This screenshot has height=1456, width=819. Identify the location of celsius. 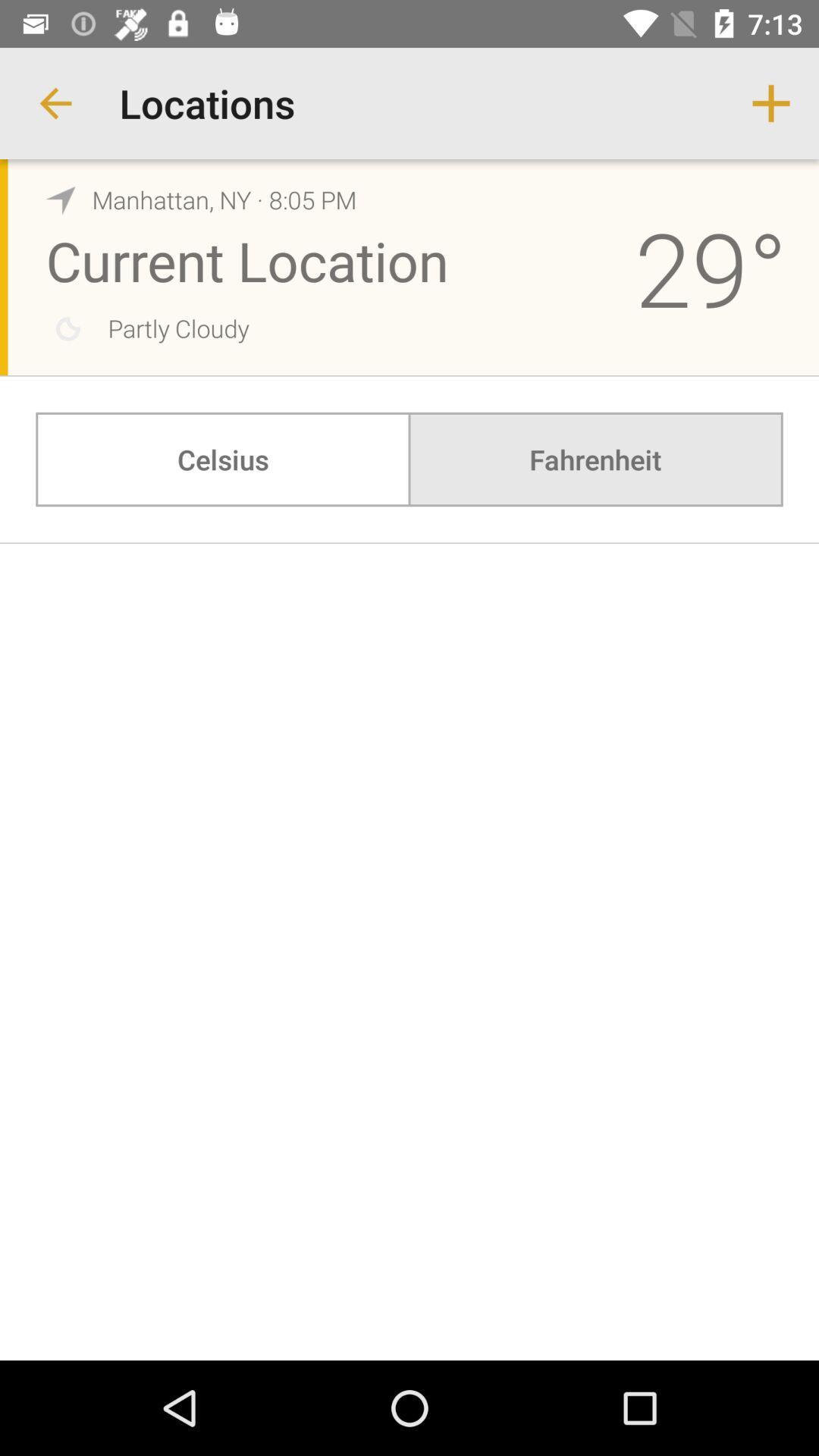
(223, 458).